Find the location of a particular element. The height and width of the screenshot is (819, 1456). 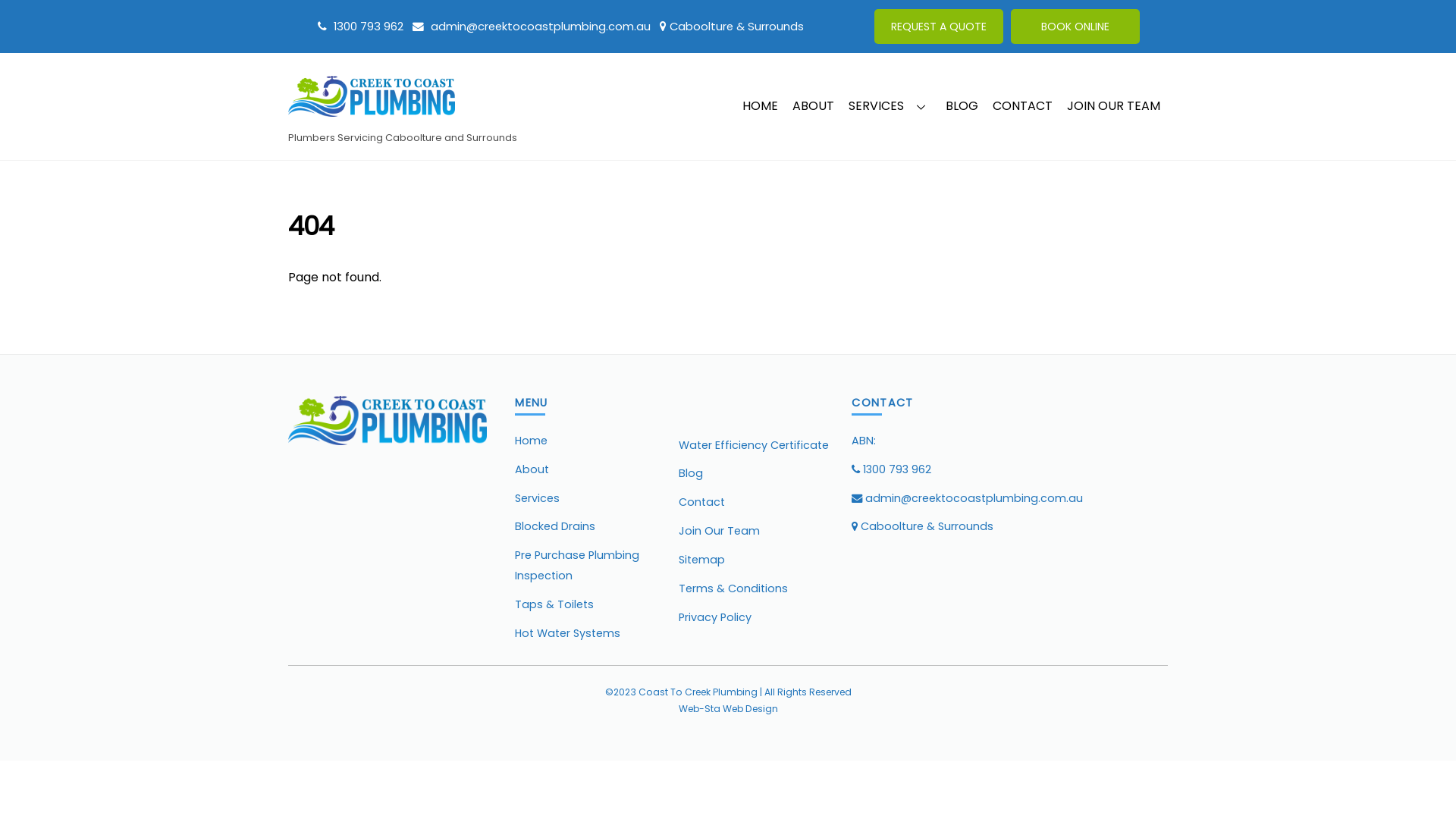

'CONTACT' is located at coordinates (986, 106).